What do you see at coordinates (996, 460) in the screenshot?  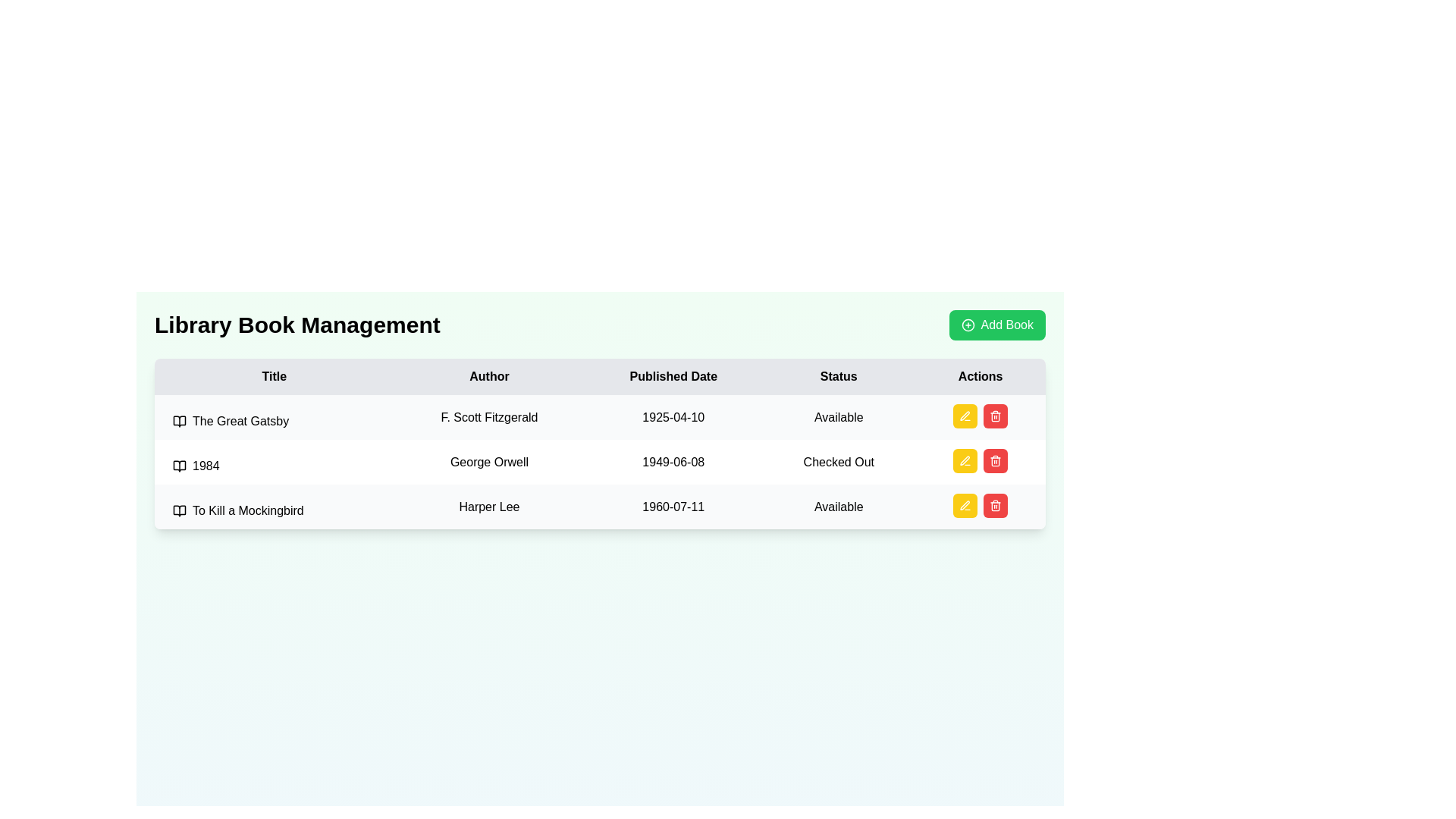 I see `the trash icon button located in the 'Actions' column, third row, for the book 'To Kill a Mockingbird' to initiate the delete operation` at bounding box center [996, 460].